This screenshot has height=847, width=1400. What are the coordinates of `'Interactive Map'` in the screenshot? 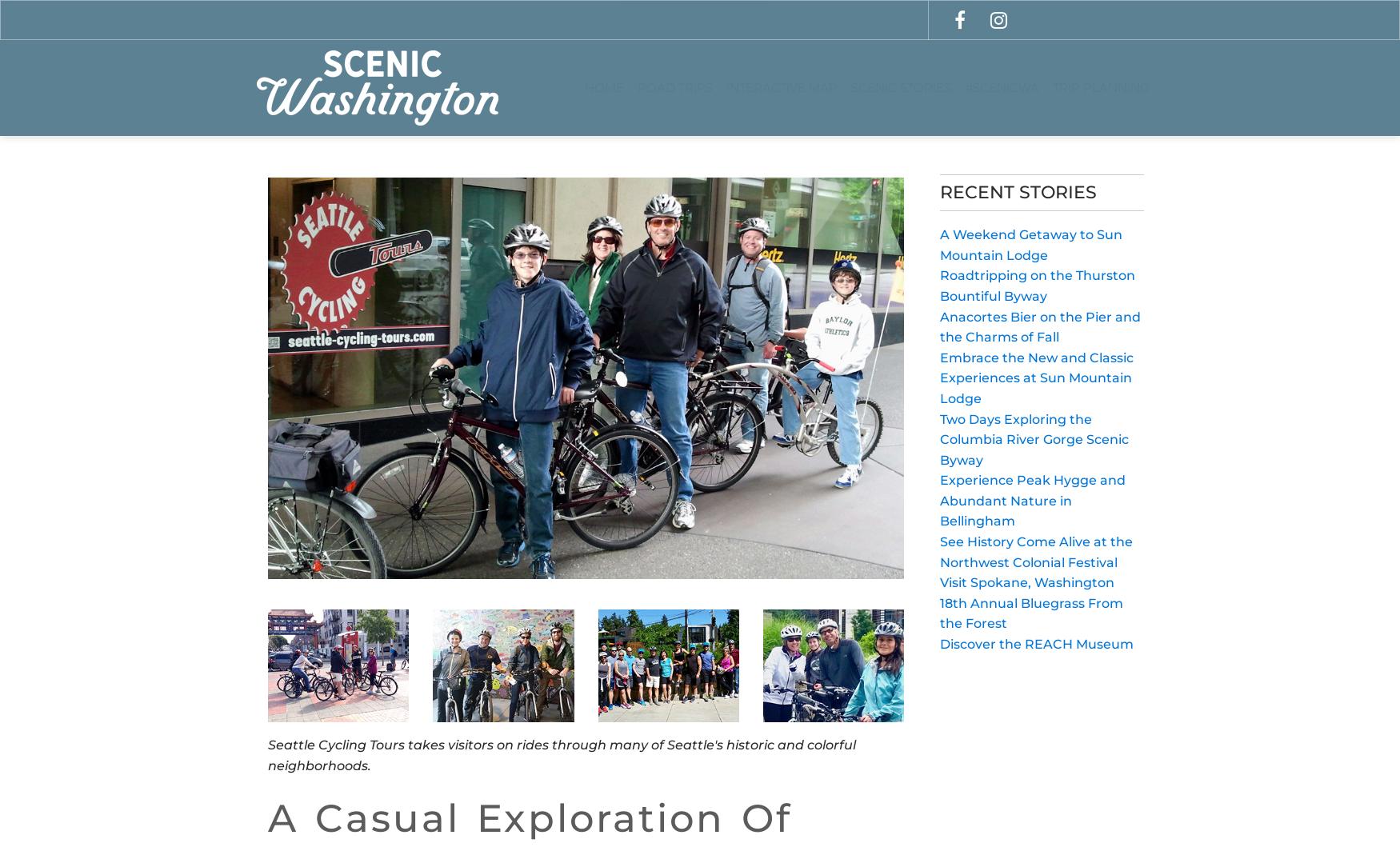 It's located at (781, 86).